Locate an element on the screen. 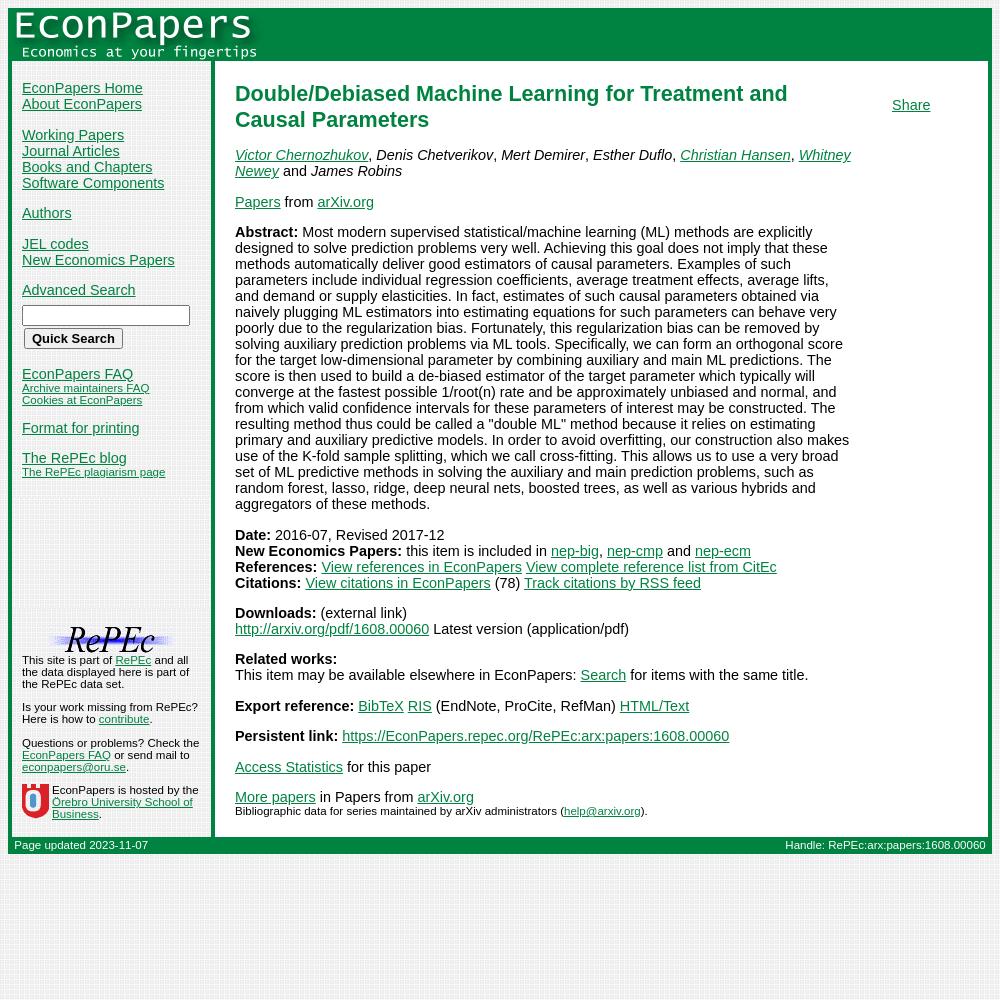 The width and height of the screenshot is (1000, 1000). 'for this paper' is located at coordinates (386, 766).